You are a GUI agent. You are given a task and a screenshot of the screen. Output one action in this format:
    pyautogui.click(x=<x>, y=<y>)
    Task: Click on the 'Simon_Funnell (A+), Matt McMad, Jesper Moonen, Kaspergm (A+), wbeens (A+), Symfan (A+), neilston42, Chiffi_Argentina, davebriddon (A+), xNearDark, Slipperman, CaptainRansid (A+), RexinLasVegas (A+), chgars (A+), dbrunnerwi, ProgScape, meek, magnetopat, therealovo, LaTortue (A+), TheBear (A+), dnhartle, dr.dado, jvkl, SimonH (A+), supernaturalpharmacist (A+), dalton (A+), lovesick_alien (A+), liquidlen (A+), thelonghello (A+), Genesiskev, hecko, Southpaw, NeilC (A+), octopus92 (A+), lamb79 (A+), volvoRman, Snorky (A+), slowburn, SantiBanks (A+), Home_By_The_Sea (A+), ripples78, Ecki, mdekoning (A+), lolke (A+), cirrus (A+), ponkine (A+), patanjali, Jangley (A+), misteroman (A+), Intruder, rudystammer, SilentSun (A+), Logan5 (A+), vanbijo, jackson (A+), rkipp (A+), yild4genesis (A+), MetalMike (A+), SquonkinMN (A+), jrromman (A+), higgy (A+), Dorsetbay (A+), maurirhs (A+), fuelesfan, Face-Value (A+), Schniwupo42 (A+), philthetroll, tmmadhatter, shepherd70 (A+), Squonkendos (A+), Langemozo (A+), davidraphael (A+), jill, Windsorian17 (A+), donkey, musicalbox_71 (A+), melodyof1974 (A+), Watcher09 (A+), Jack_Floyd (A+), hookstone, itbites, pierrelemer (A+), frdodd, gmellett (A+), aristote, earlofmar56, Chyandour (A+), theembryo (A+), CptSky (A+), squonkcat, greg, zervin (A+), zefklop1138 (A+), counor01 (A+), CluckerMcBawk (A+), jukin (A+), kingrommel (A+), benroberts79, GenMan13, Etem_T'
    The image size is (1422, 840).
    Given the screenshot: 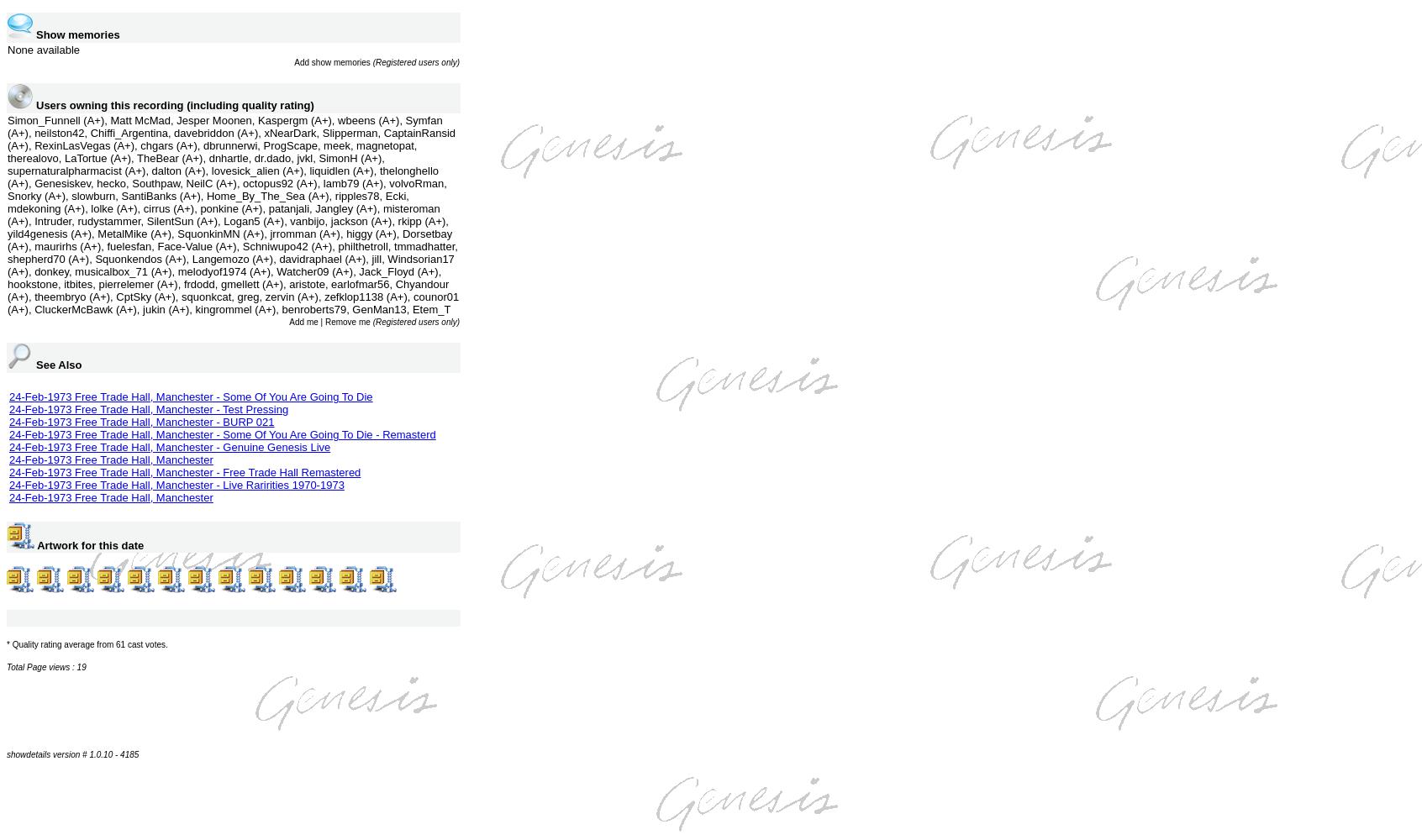 What is the action you would take?
    pyautogui.click(x=6, y=215)
    